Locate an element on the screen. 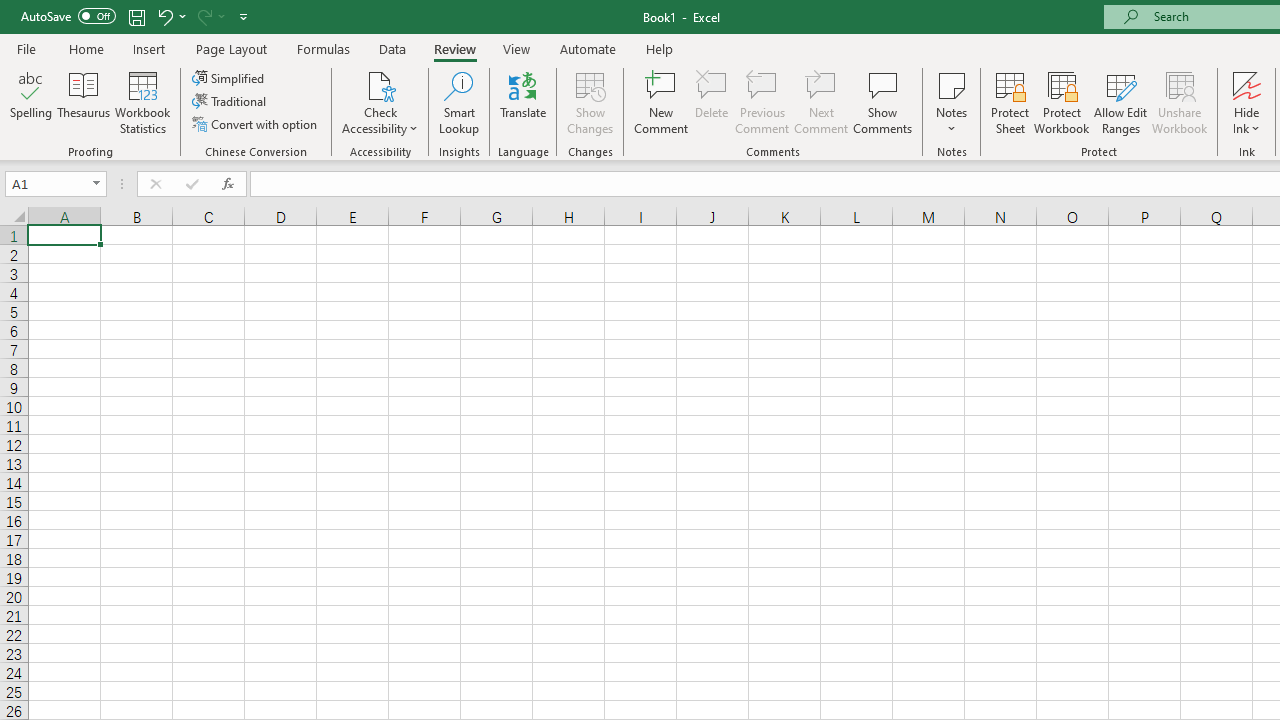 This screenshot has height=720, width=1280. 'Protect Sheet...' is located at coordinates (1010, 103).